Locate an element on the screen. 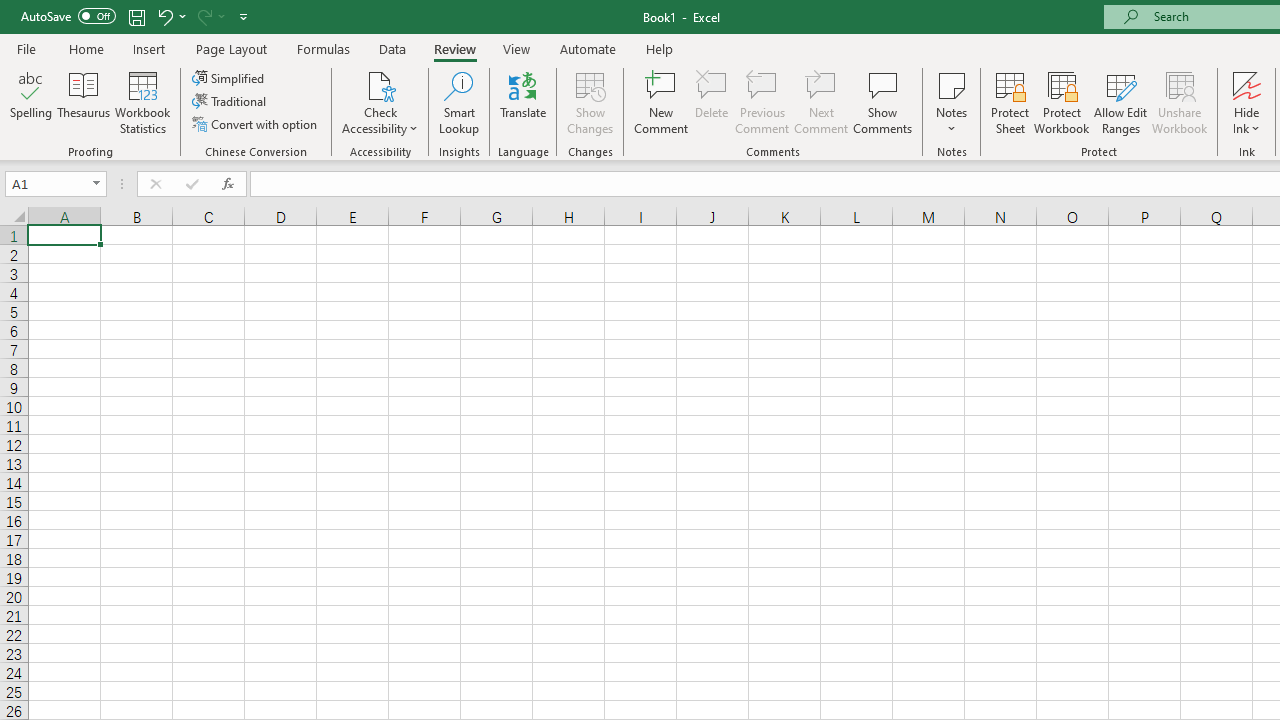 This screenshot has height=720, width=1280. 'Protect Sheet...' is located at coordinates (1010, 103).